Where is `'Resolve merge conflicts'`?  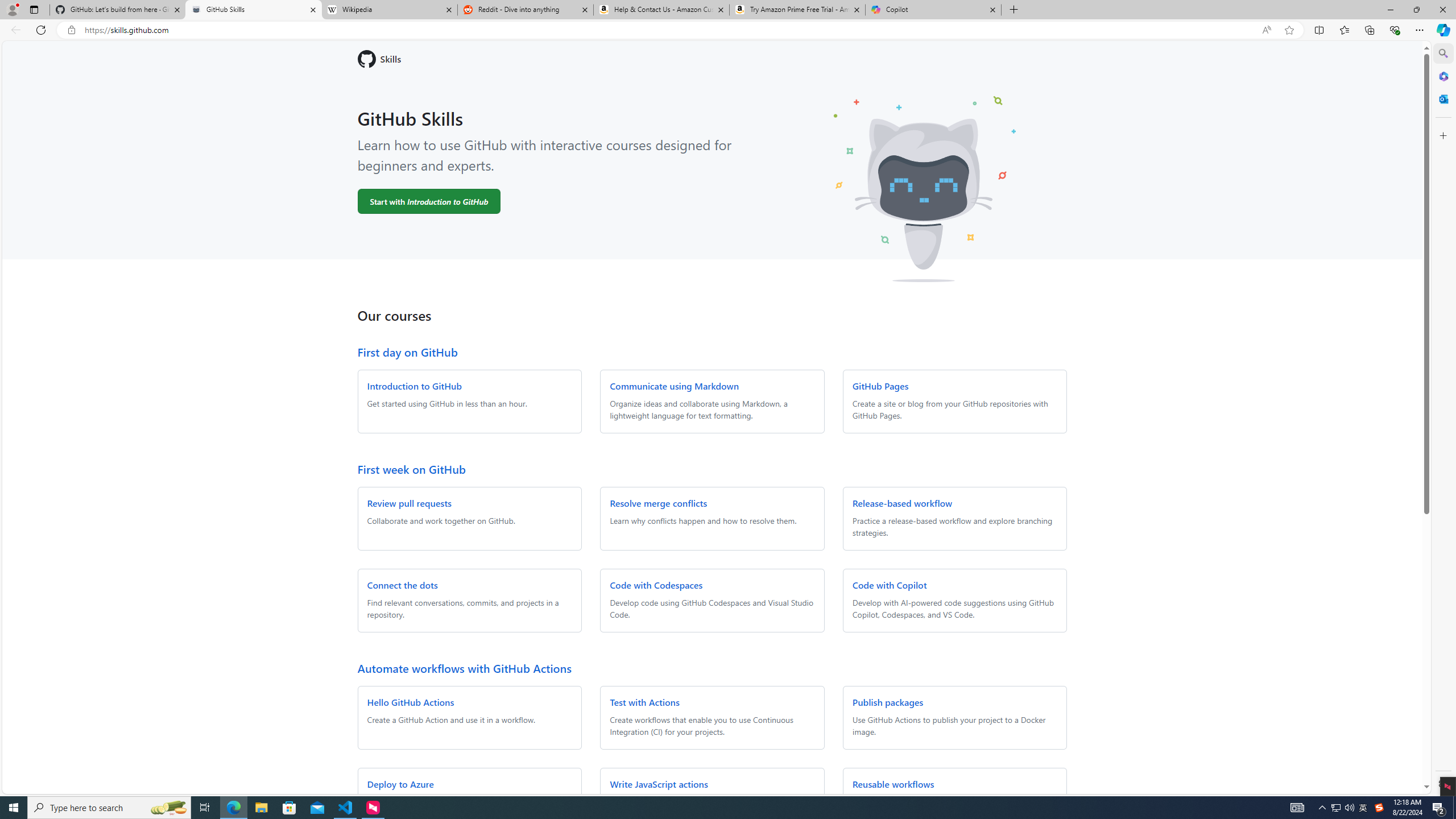
'Resolve merge conflicts' is located at coordinates (658, 503).